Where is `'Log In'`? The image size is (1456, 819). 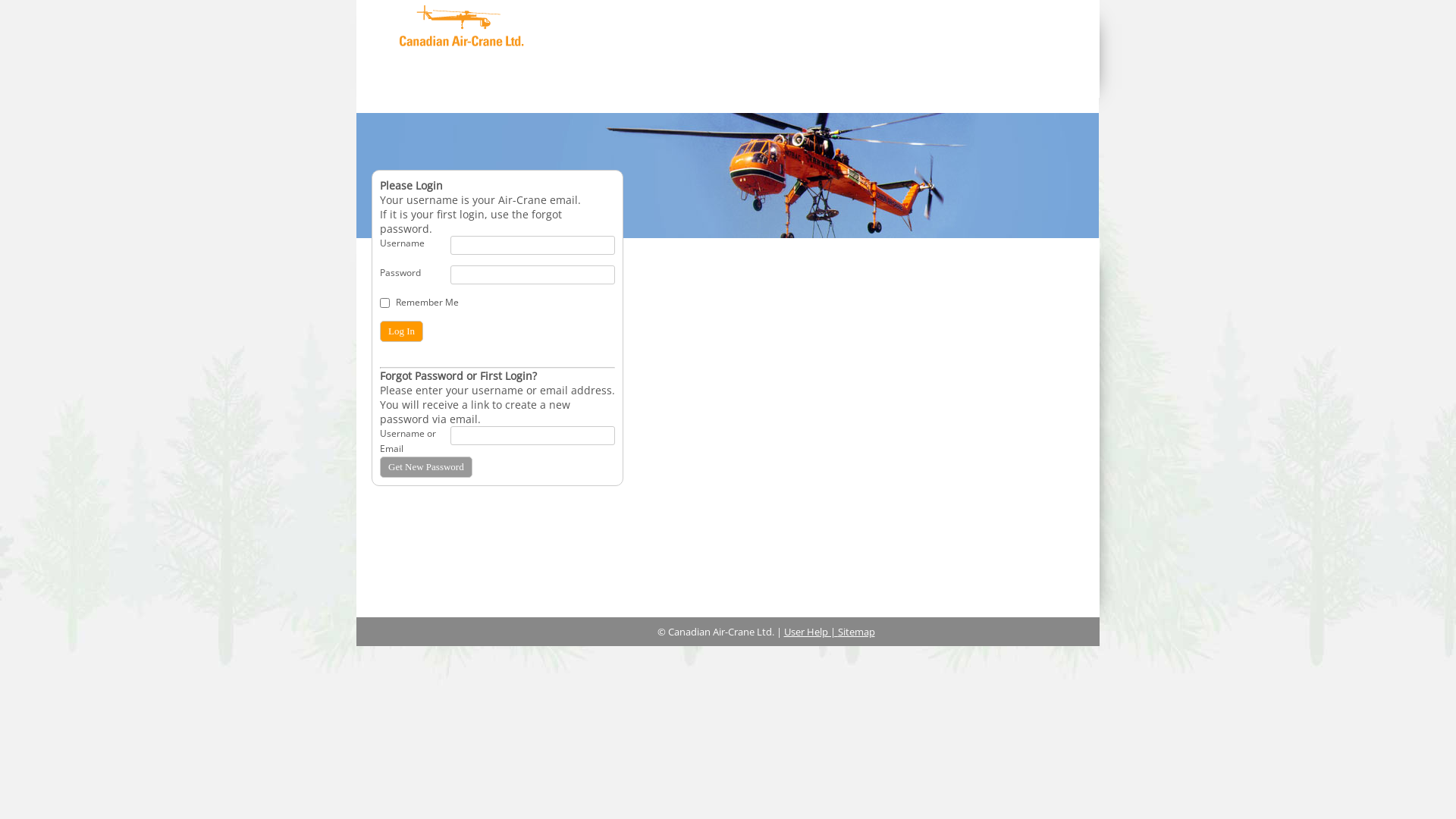 'Log In' is located at coordinates (401, 330).